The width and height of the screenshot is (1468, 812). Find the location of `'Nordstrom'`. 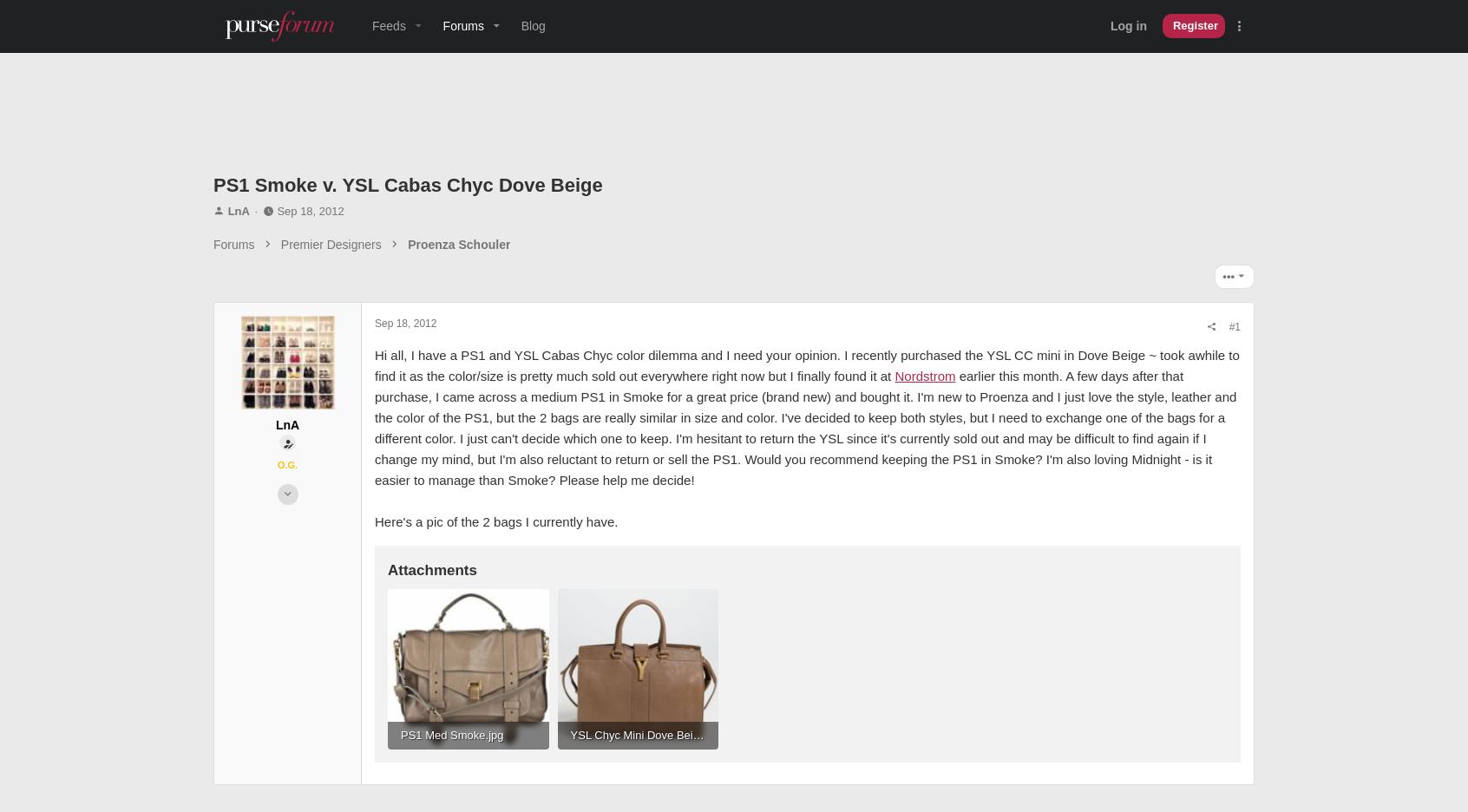

'Nordstrom' is located at coordinates (627, 396).